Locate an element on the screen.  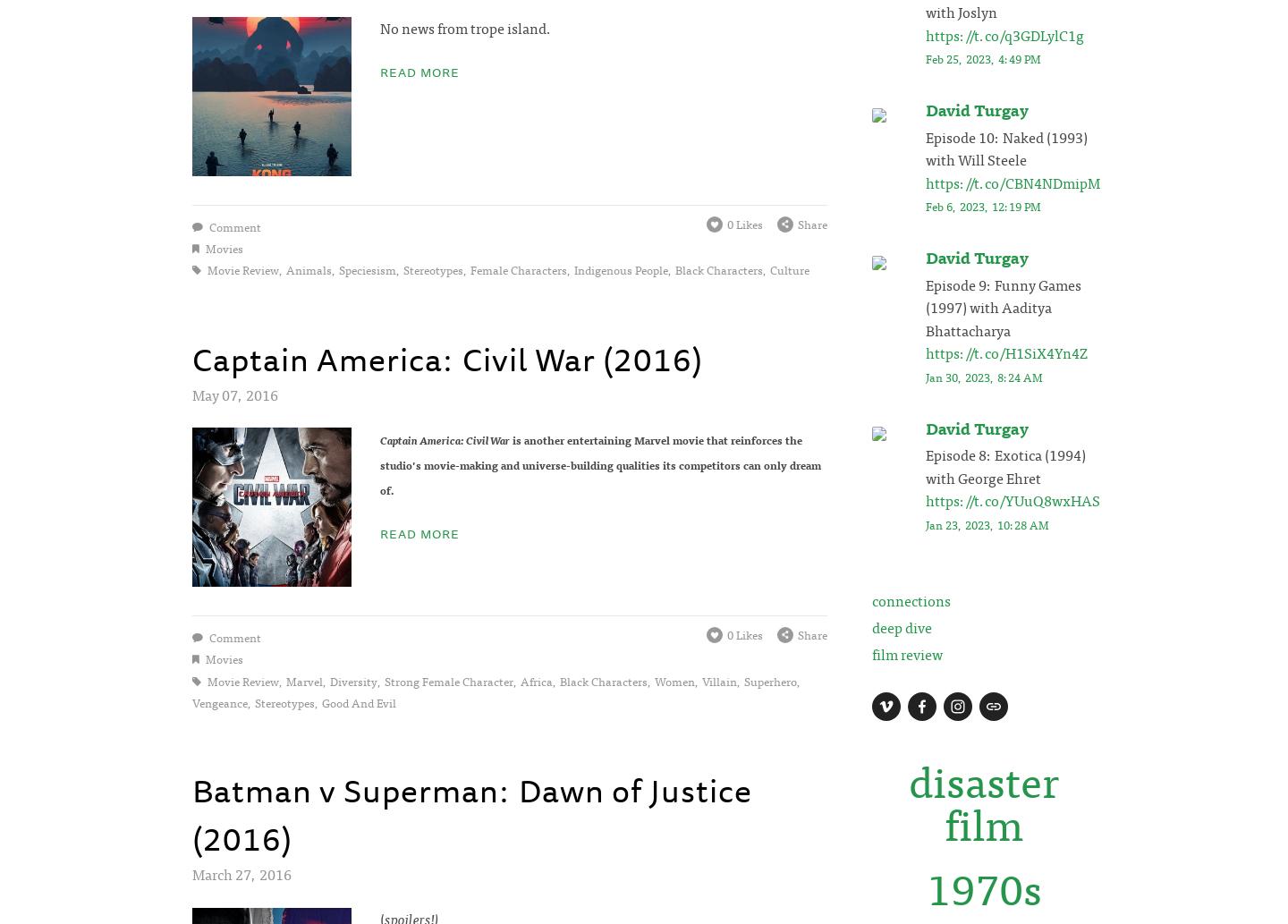
'1970s' is located at coordinates (982, 886).